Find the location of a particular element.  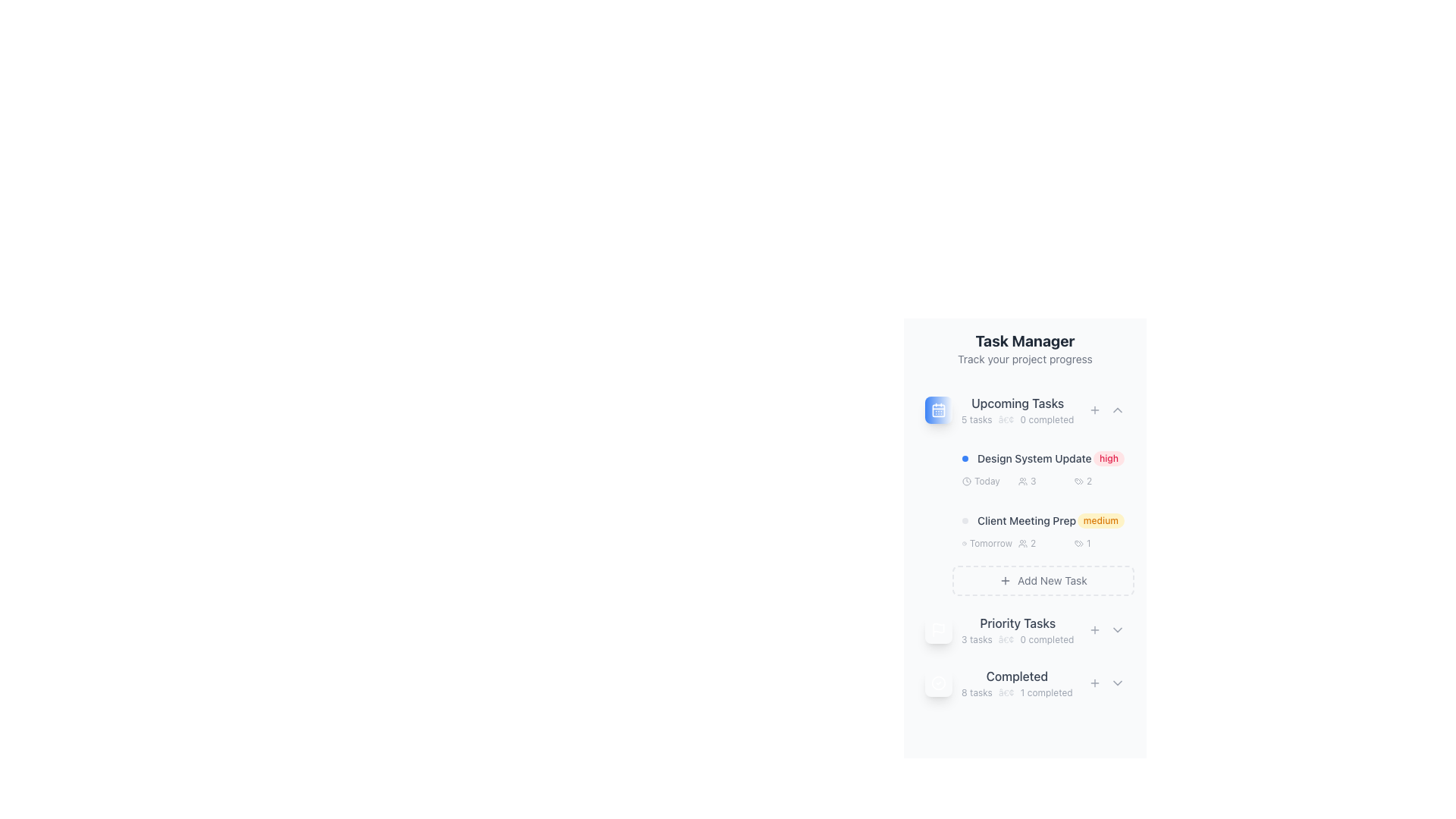

the SVG graphic that represents a completed status or confirmation in the 'Completed' section of the task manager, located near the bottom of the task list is located at coordinates (938, 683).